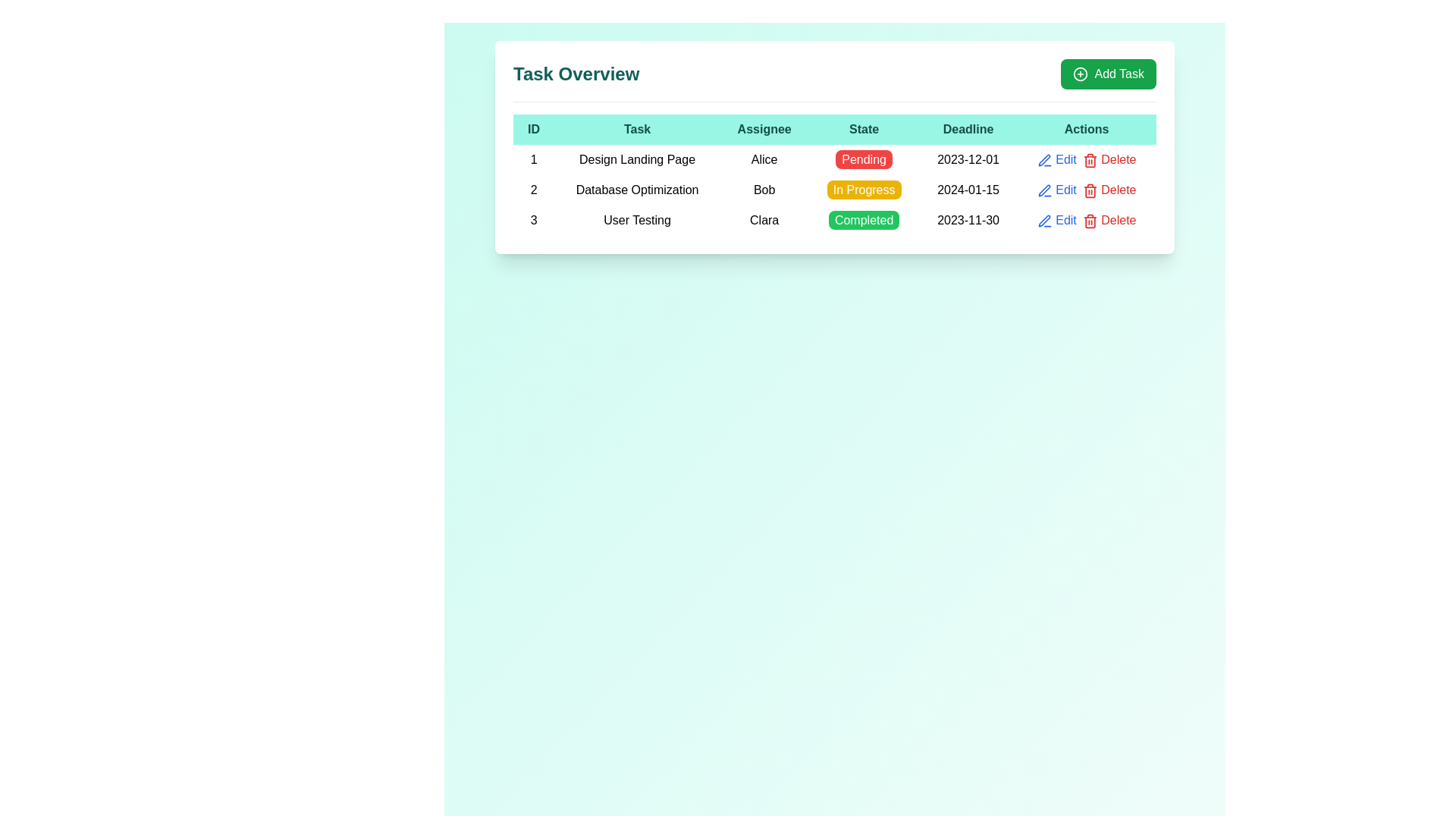  Describe the element at coordinates (1109, 160) in the screenshot. I see `the delete hyperlink with icon in the 'Actions' column of the third row of the task table` at that location.